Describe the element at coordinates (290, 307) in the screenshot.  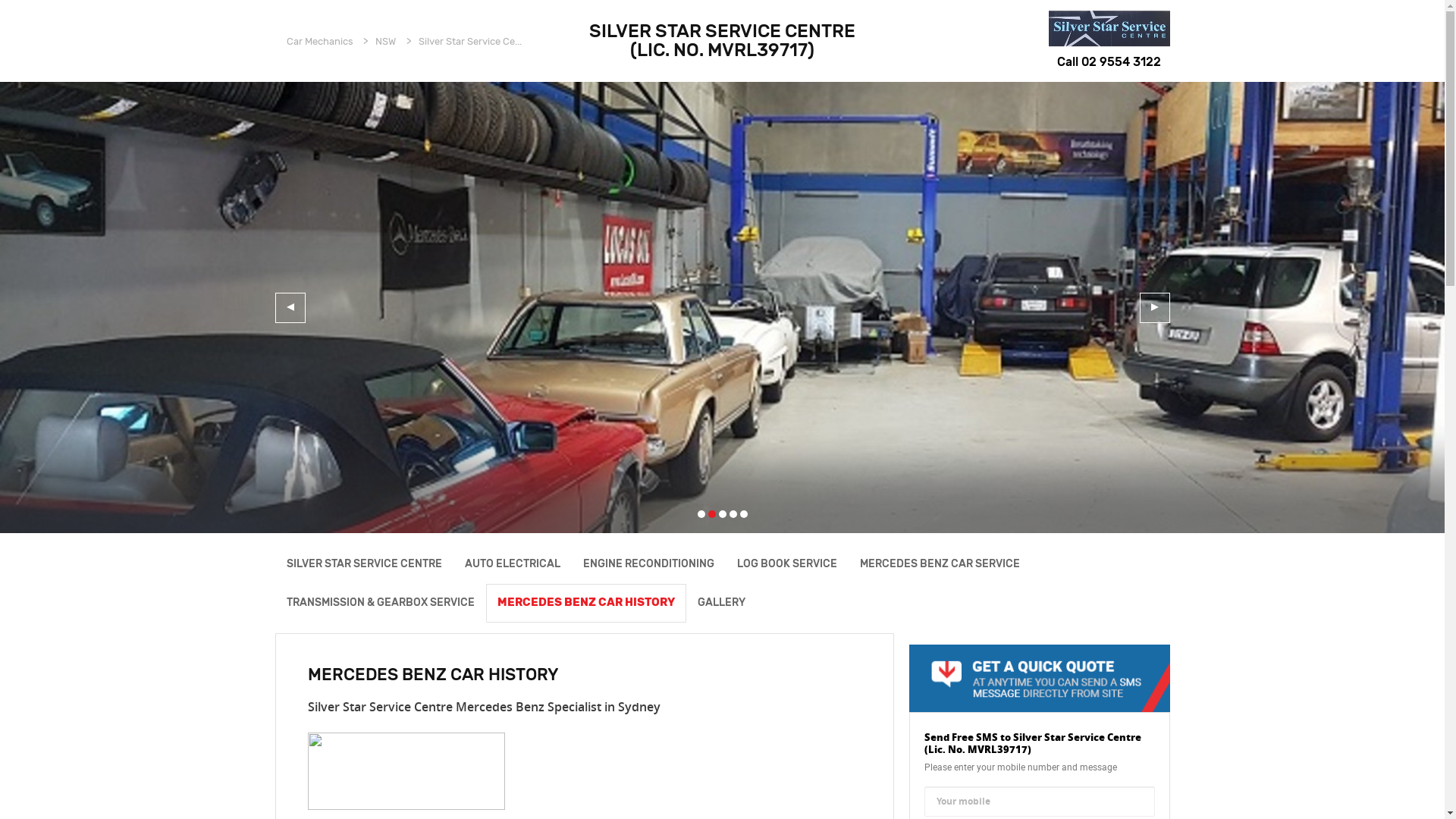
I see `'Previous'` at that location.